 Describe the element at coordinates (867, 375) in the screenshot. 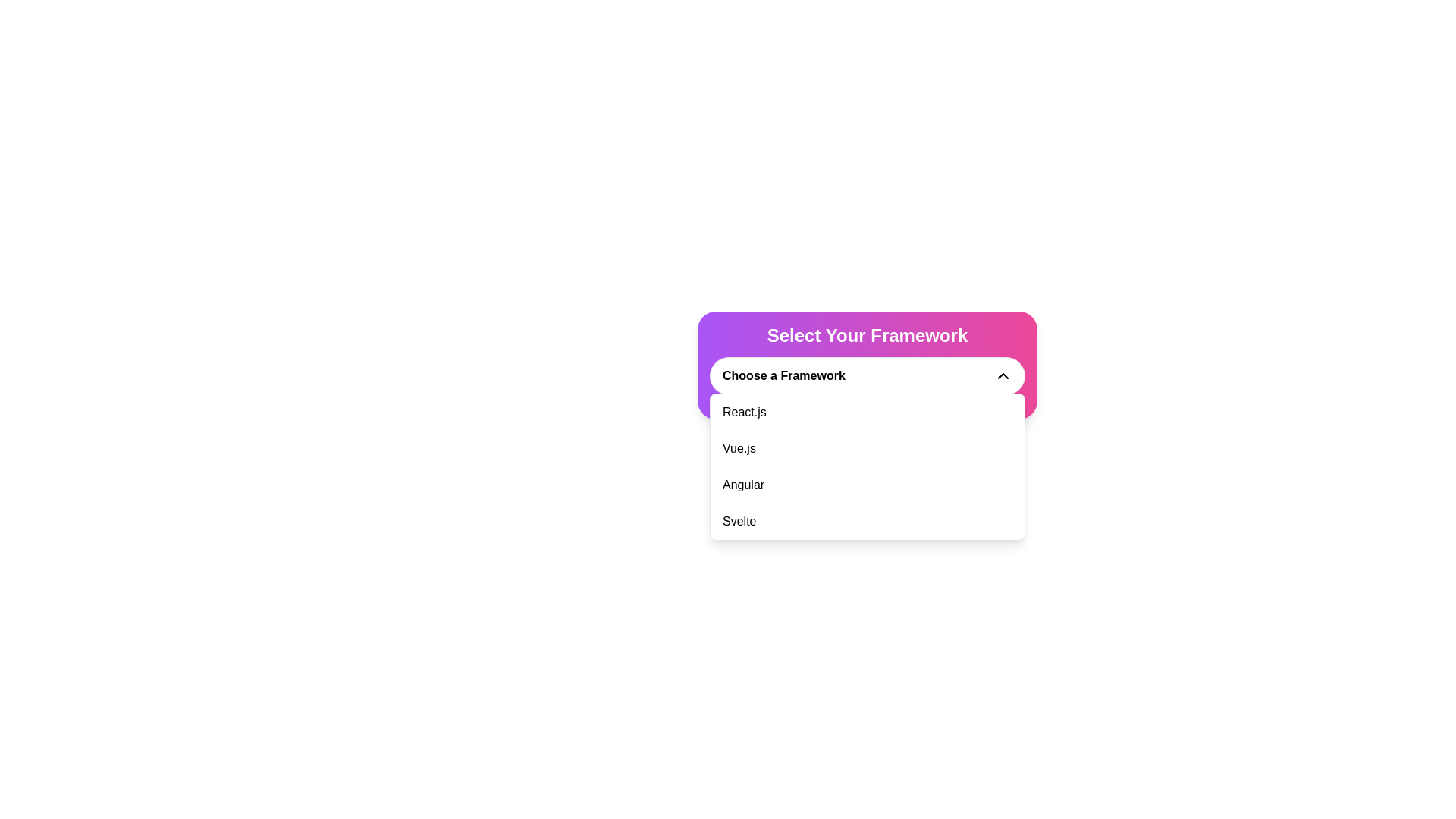

I see `the dropdown menu titled 'Select Your Framework'` at that location.